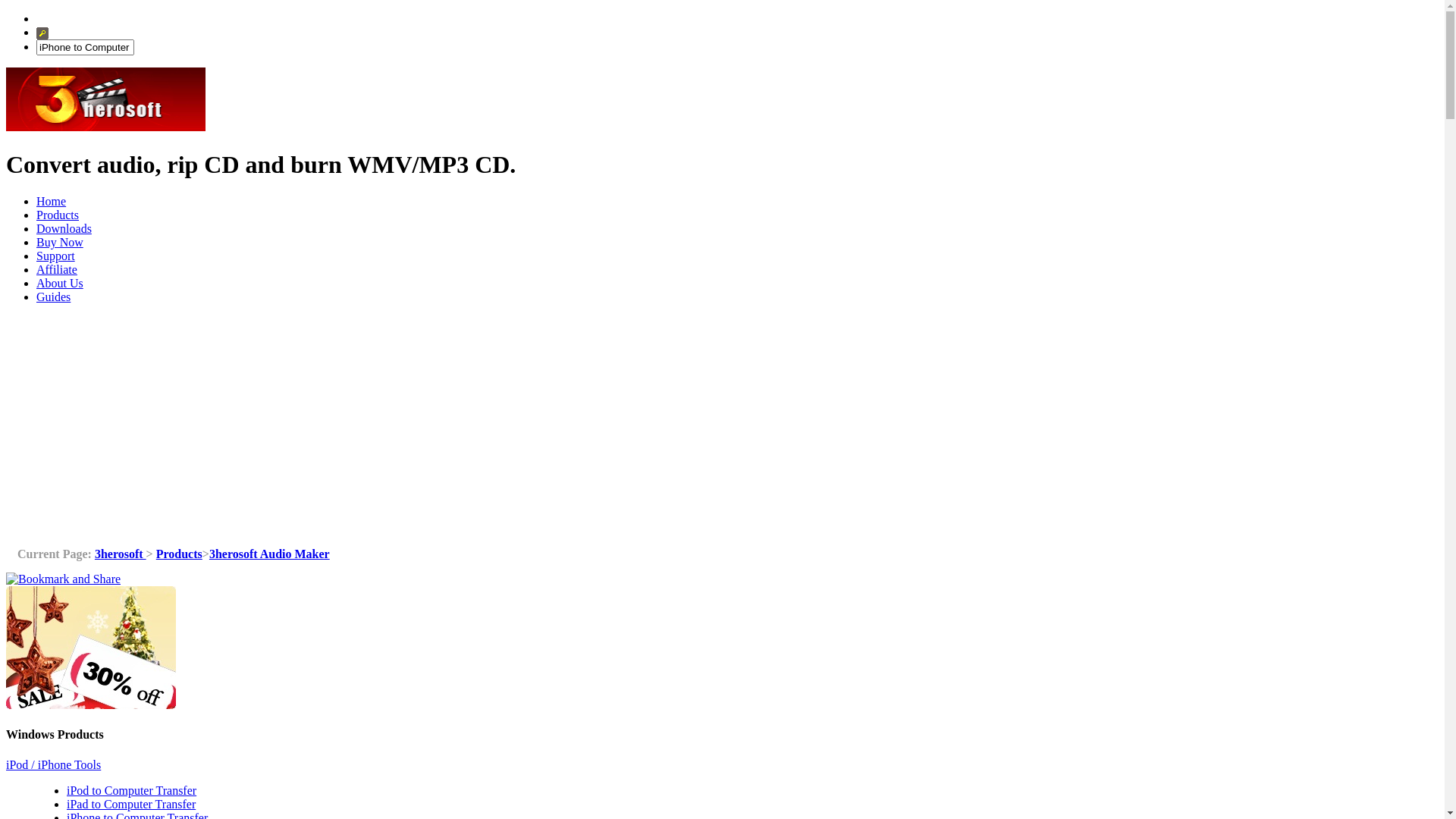  What do you see at coordinates (53, 764) in the screenshot?
I see `'iPod / iPhone Tools'` at bounding box center [53, 764].